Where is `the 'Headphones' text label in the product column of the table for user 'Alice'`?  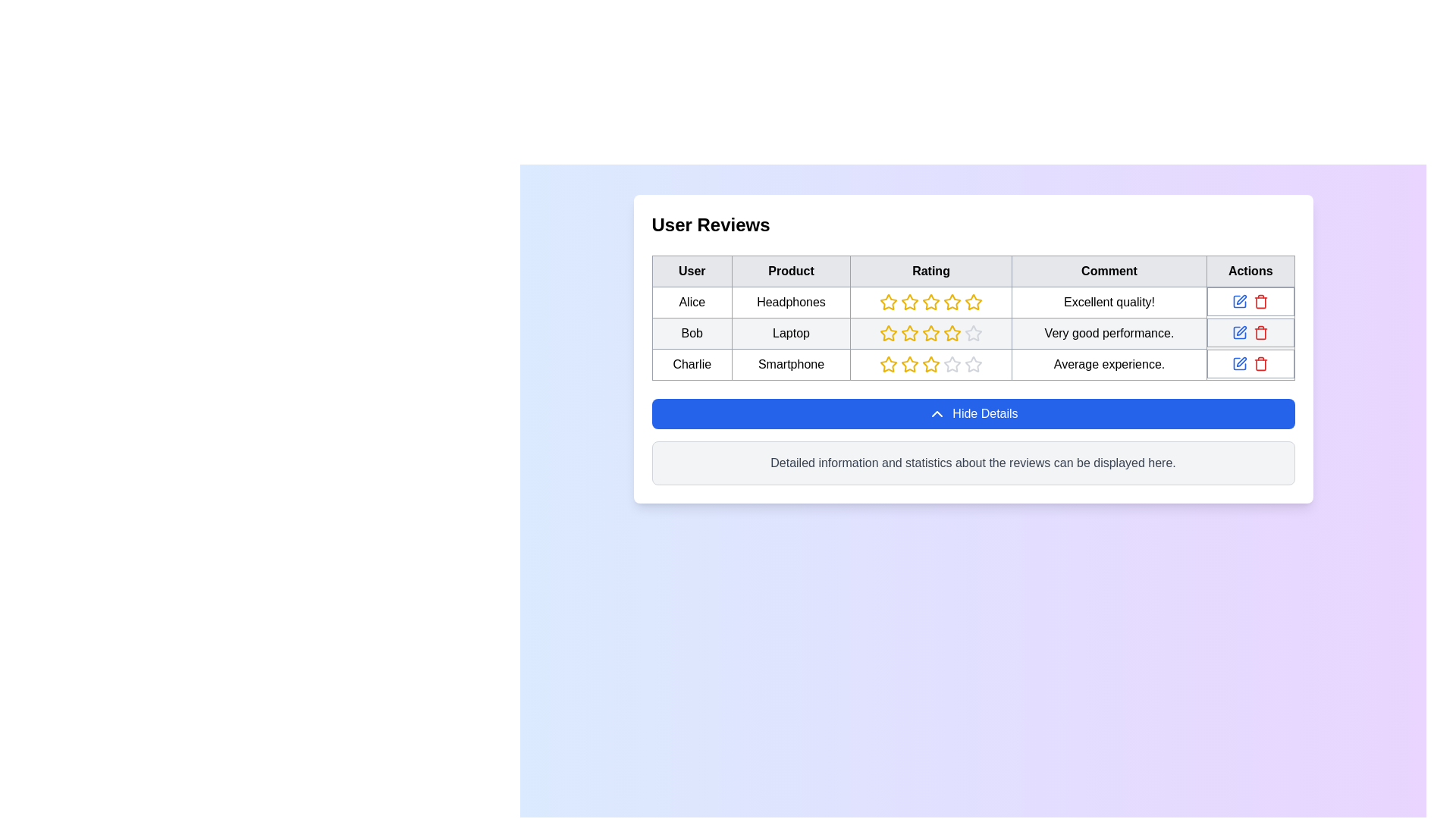
the 'Headphones' text label in the product column of the table for user 'Alice' is located at coordinates (790, 302).